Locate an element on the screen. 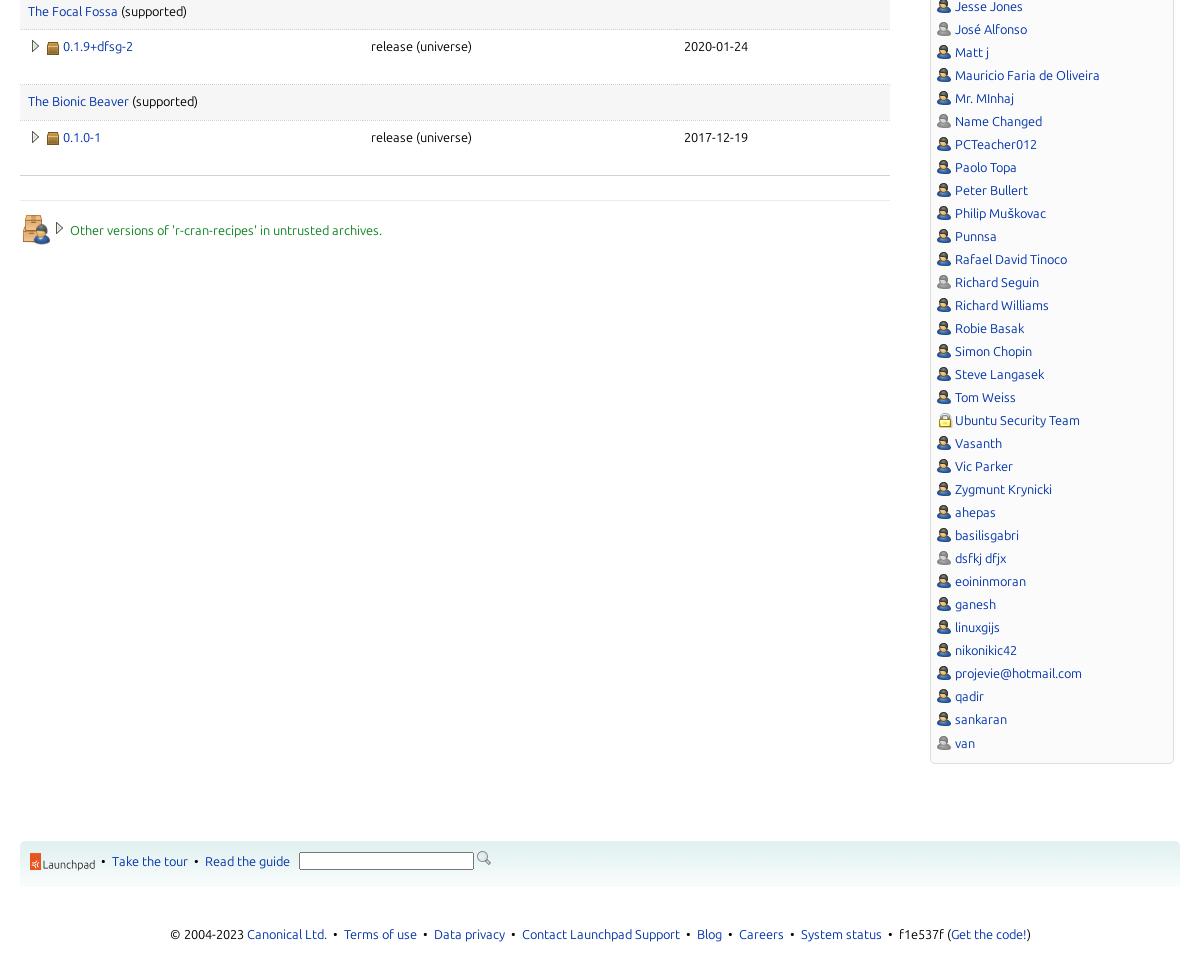  'Ubuntu Security Team' is located at coordinates (1017, 419).